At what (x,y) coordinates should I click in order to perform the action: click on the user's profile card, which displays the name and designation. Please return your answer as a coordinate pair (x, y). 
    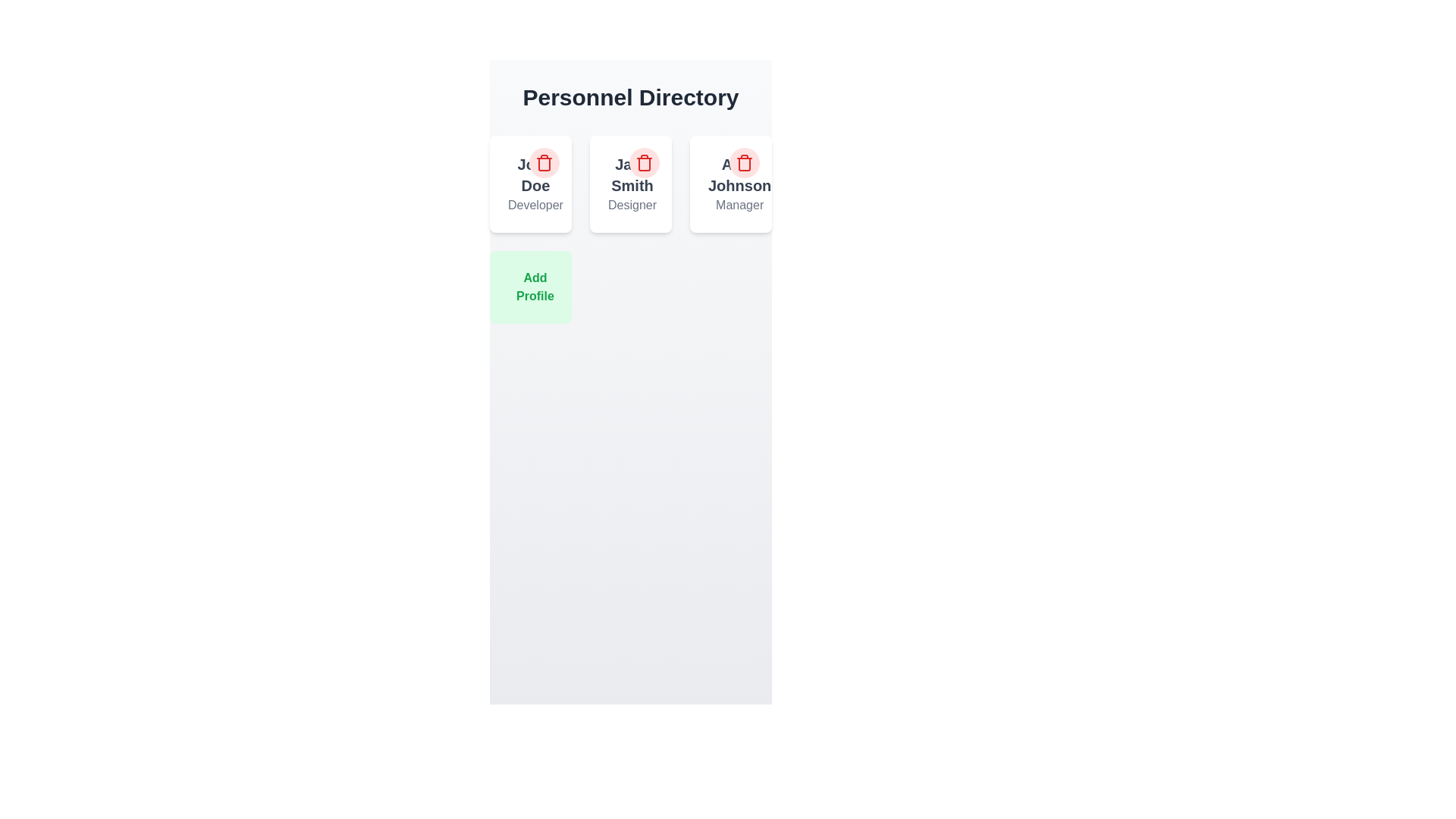
    Looking at the image, I should click on (531, 184).